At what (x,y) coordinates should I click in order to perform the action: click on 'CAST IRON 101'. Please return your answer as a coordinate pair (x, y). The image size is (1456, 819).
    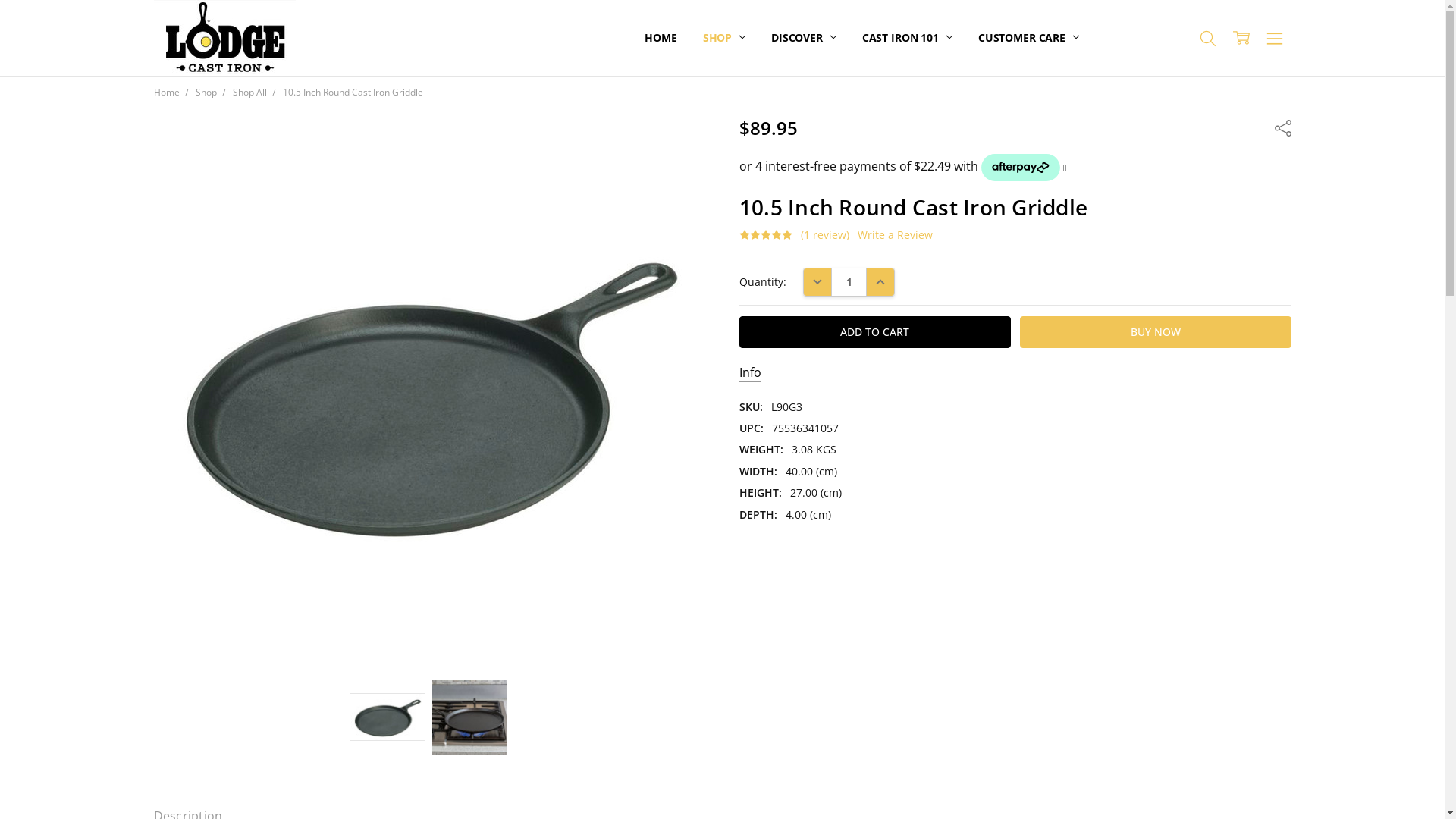
    Looking at the image, I should click on (848, 36).